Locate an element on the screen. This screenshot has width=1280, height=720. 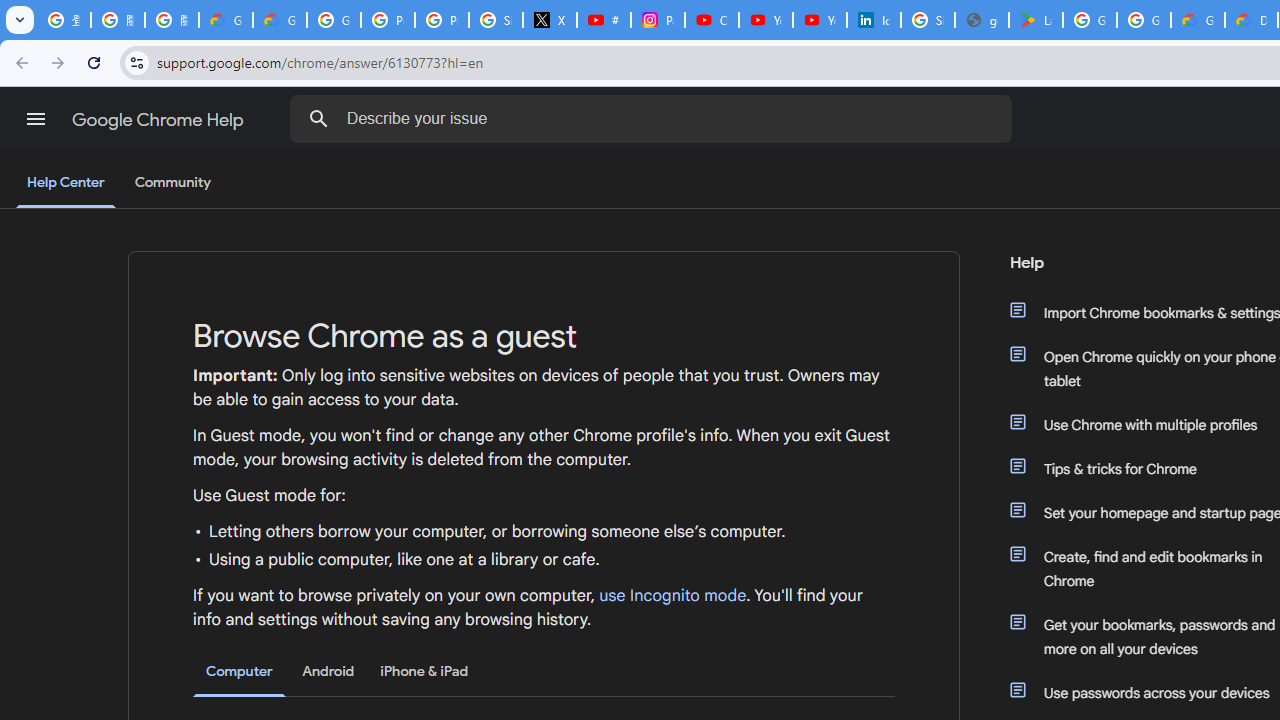
'Privacy Help Center - Policies Help' is located at coordinates (387, 20).